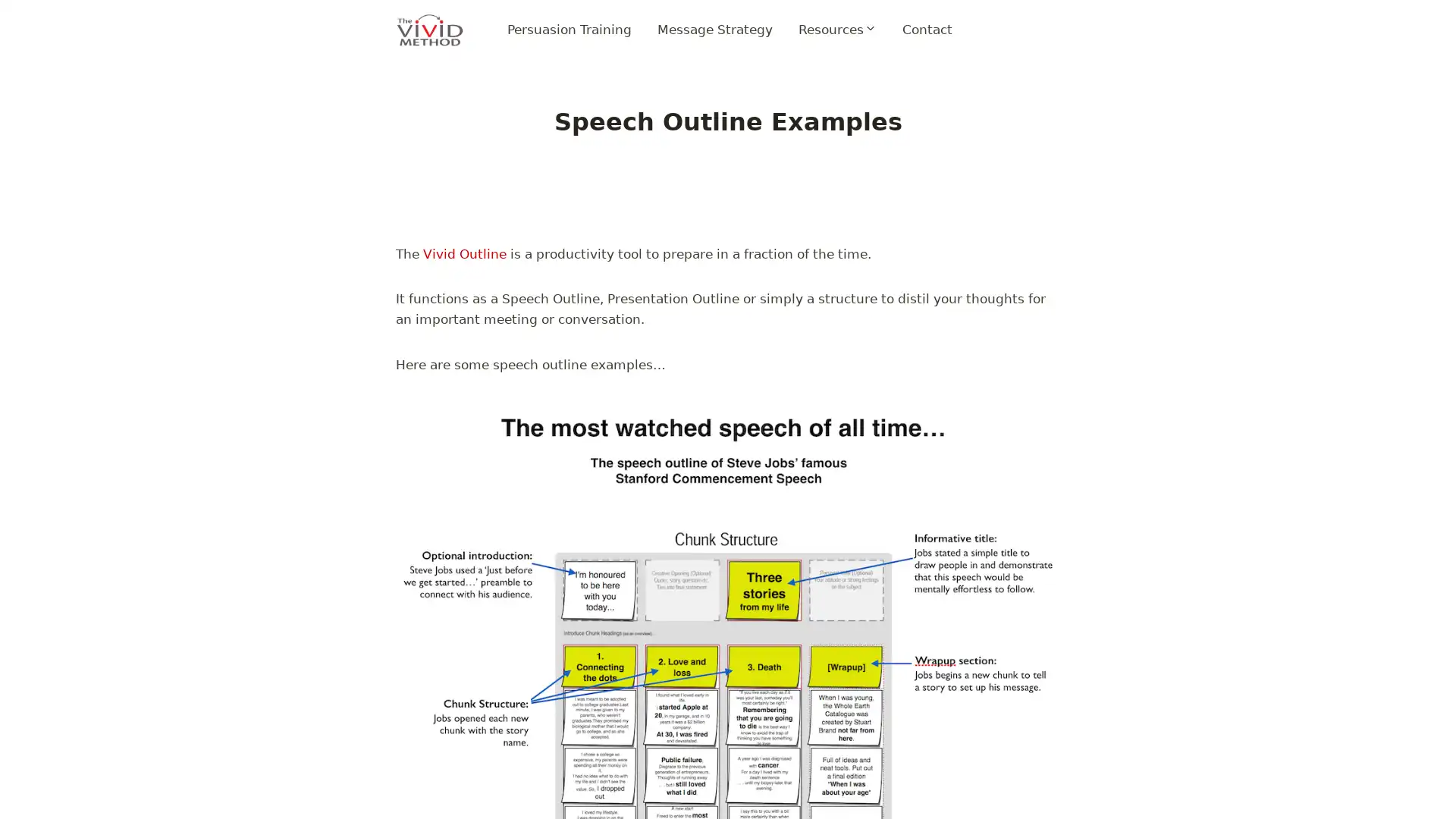 Image resolution: width=1456 pixels, height=819 pixels. Describe the element at coordinates (836, 30) in the screenshot. I see `Expand child menu` at that location.